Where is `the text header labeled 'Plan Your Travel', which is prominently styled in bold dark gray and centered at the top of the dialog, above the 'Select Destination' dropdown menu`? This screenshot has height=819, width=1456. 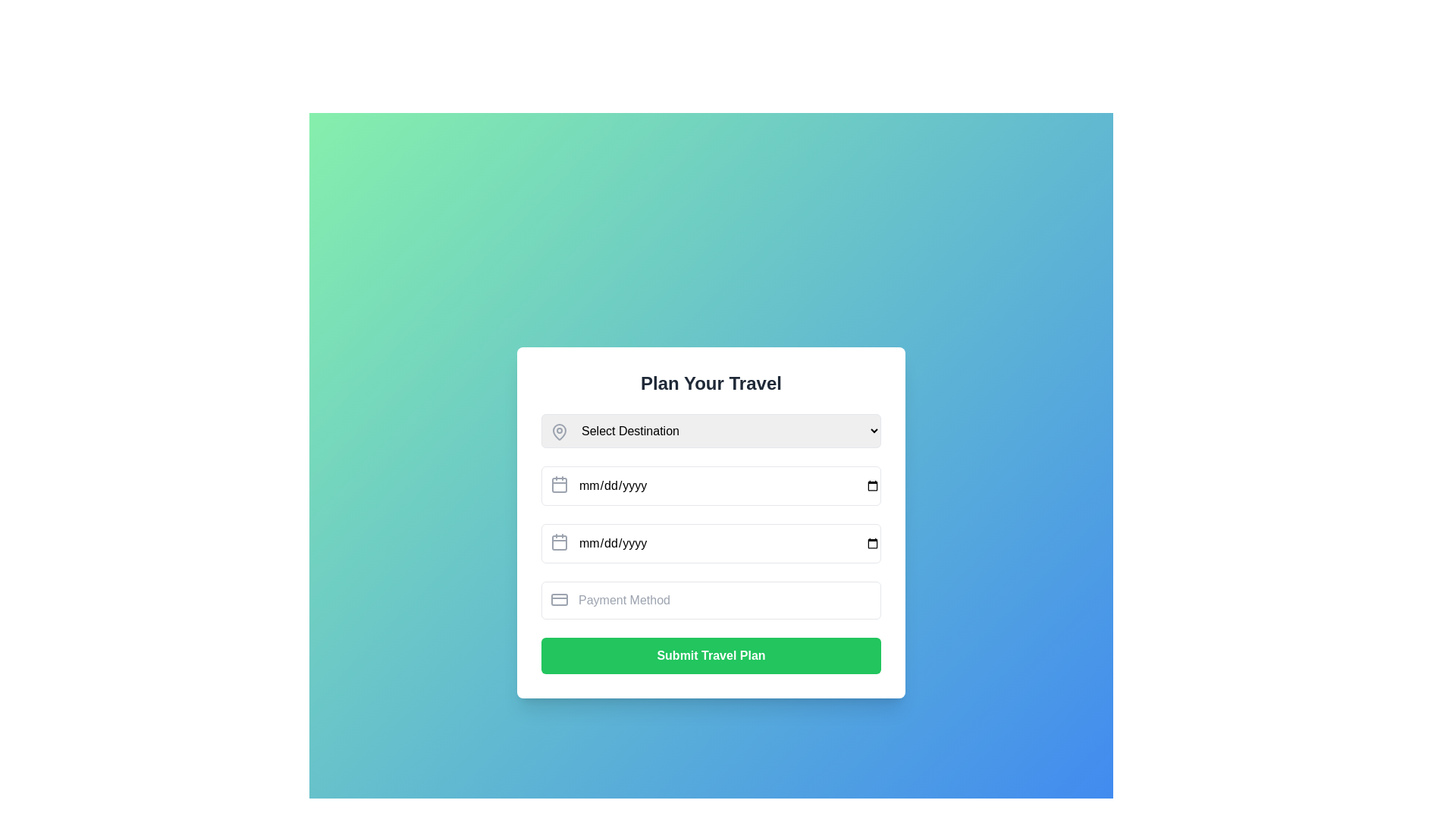
the text header labeled 'Plan Your Travel', which is prominently styled in bold dark gray and centered at the top of the dialog, above the 'Select Destination' dropdown menu is located at coordinates (710, 382).